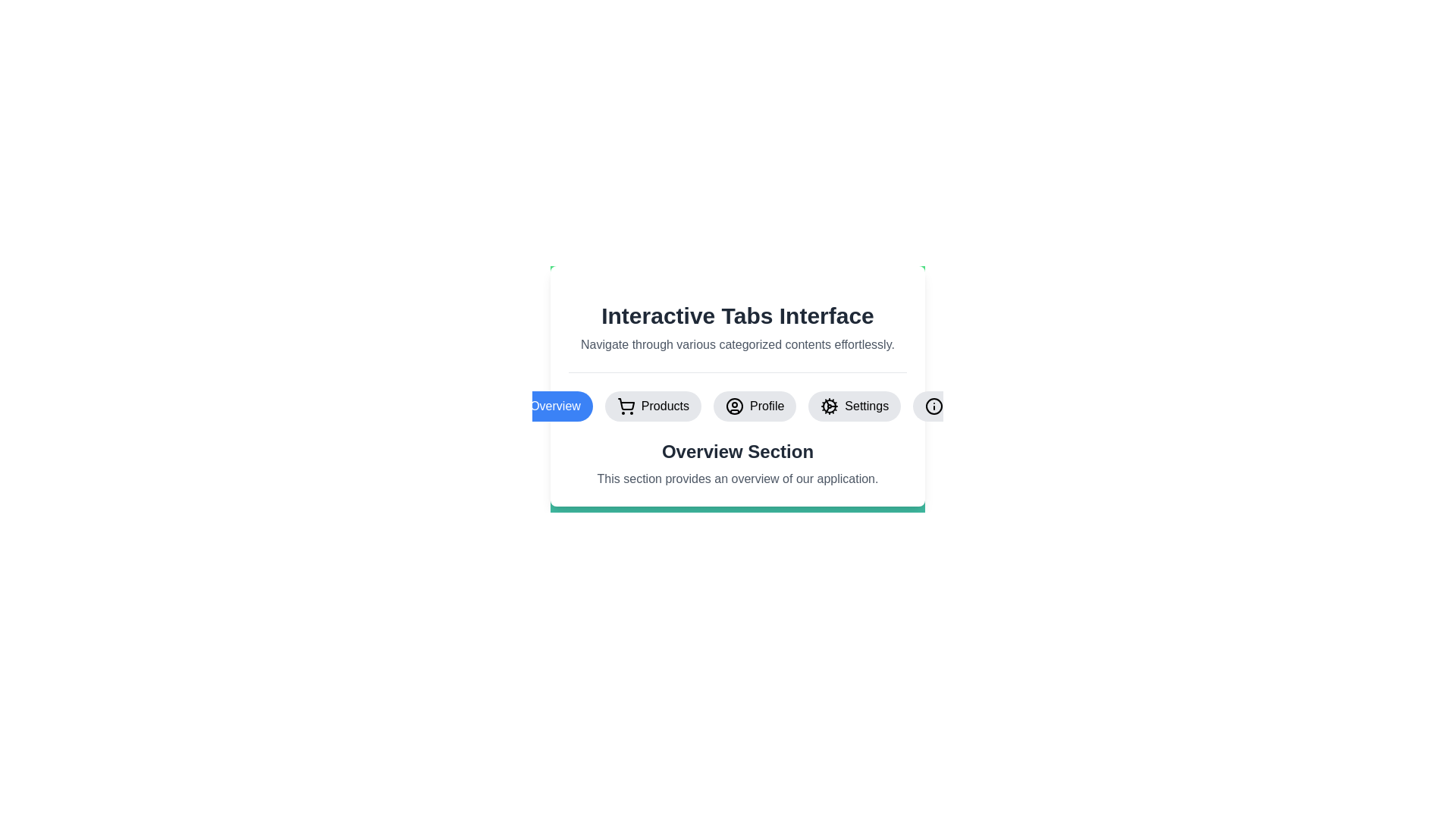  What do you see at coordinates (653, 406) in the screenshot?
I see `the 'Products' navigation button, which features a black shopping cart icon and the label 'Products' on a slightly gray background, to observe the visual transition effect` at bounding box center [653, 406].